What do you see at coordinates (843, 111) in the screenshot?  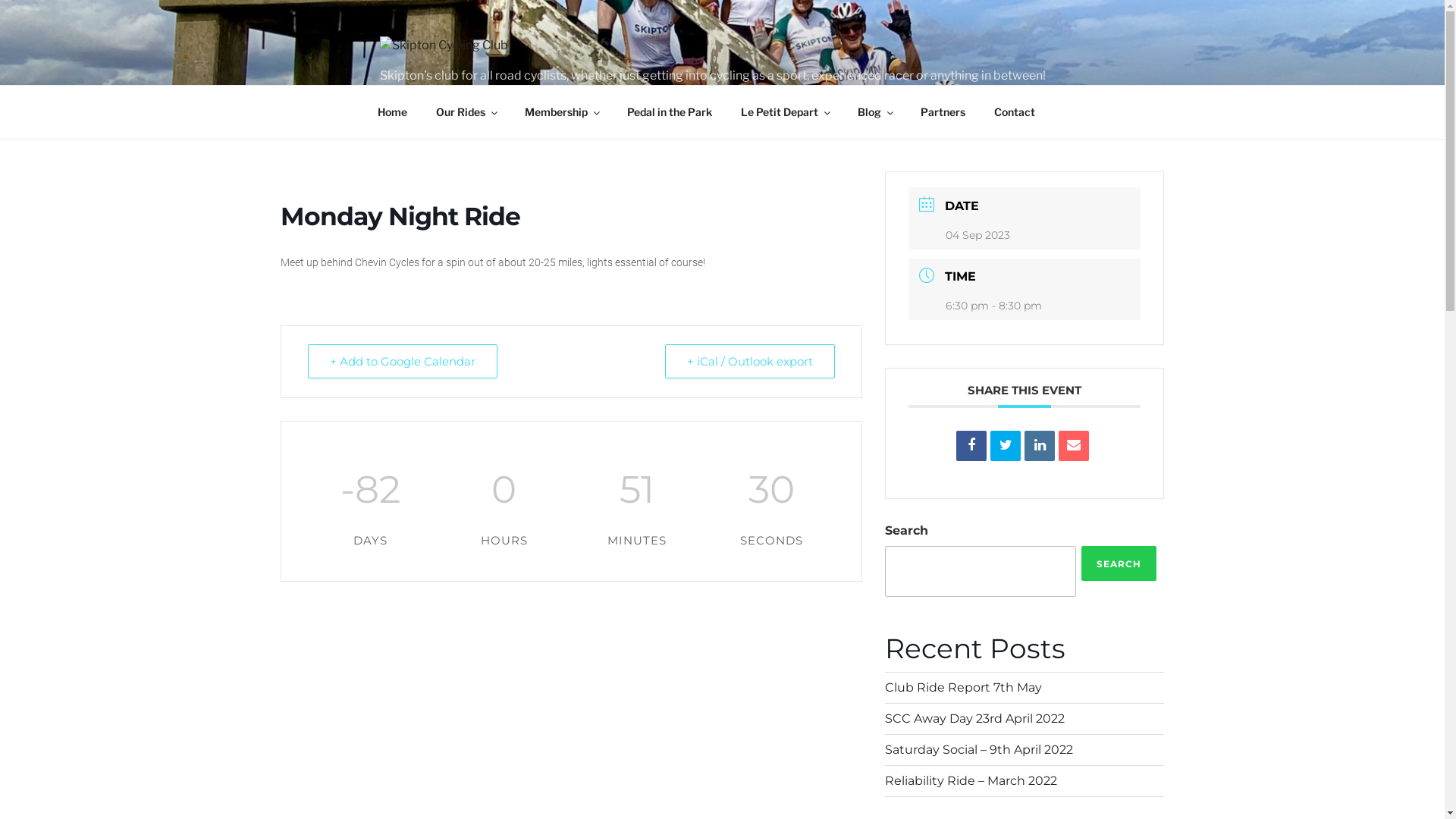 I see `'Blog'` at bounding box center [843, 111].